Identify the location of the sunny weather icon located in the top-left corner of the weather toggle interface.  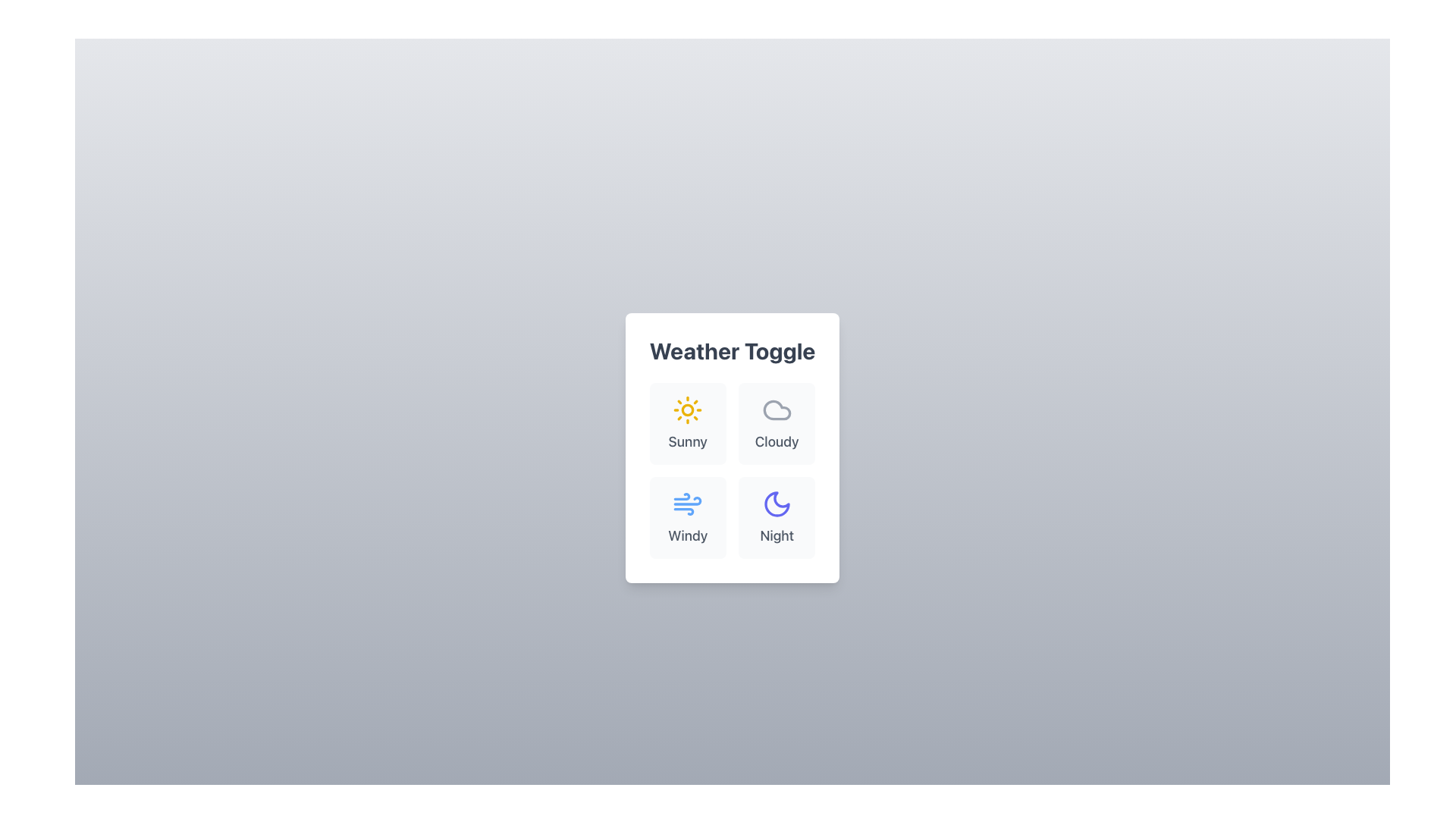
(687, 409).